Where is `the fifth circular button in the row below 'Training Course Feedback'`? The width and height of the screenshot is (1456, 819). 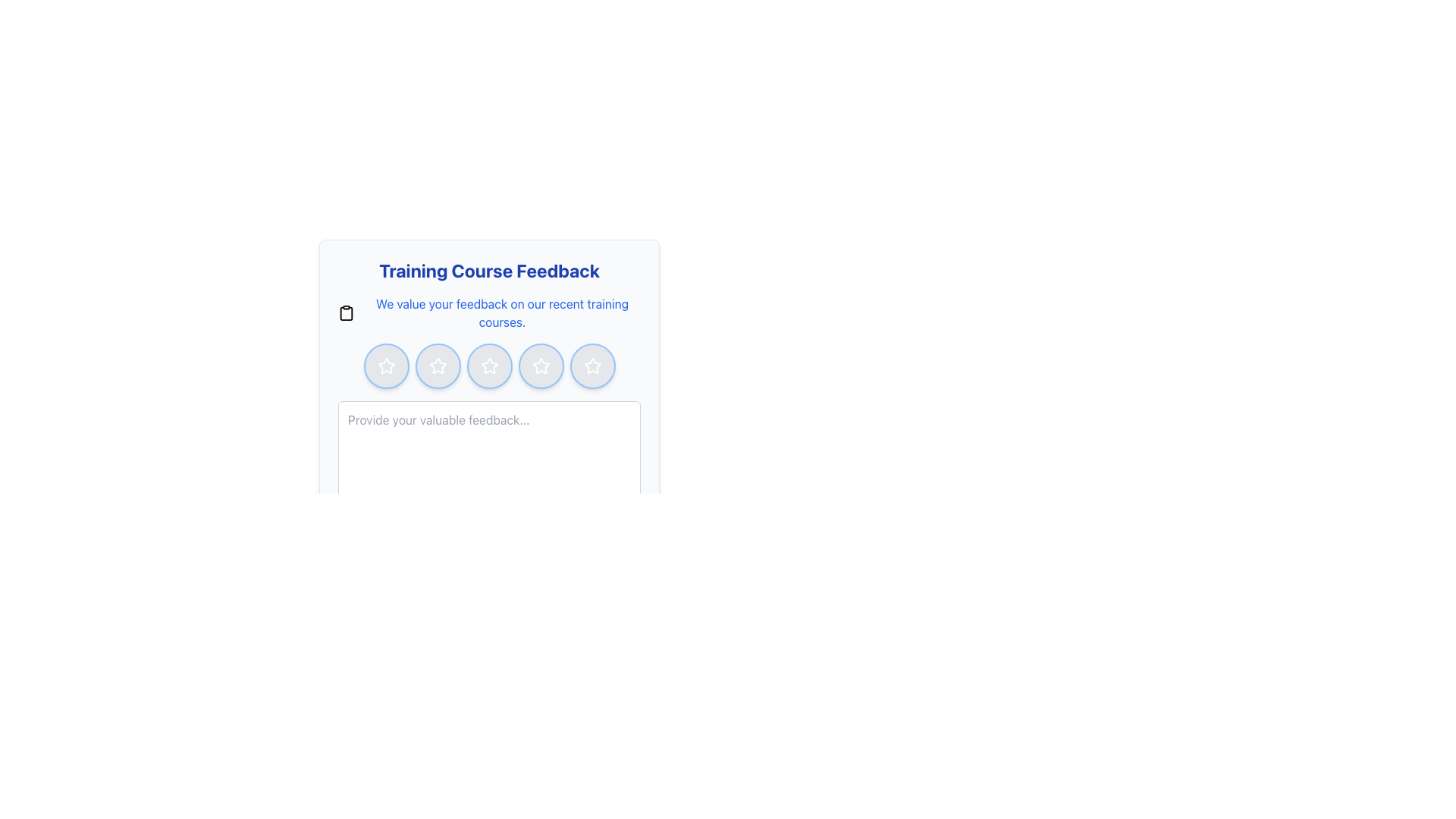 the fifth circular button in the row below 'Training Course Feedback' is located at coordinates (591, 366).